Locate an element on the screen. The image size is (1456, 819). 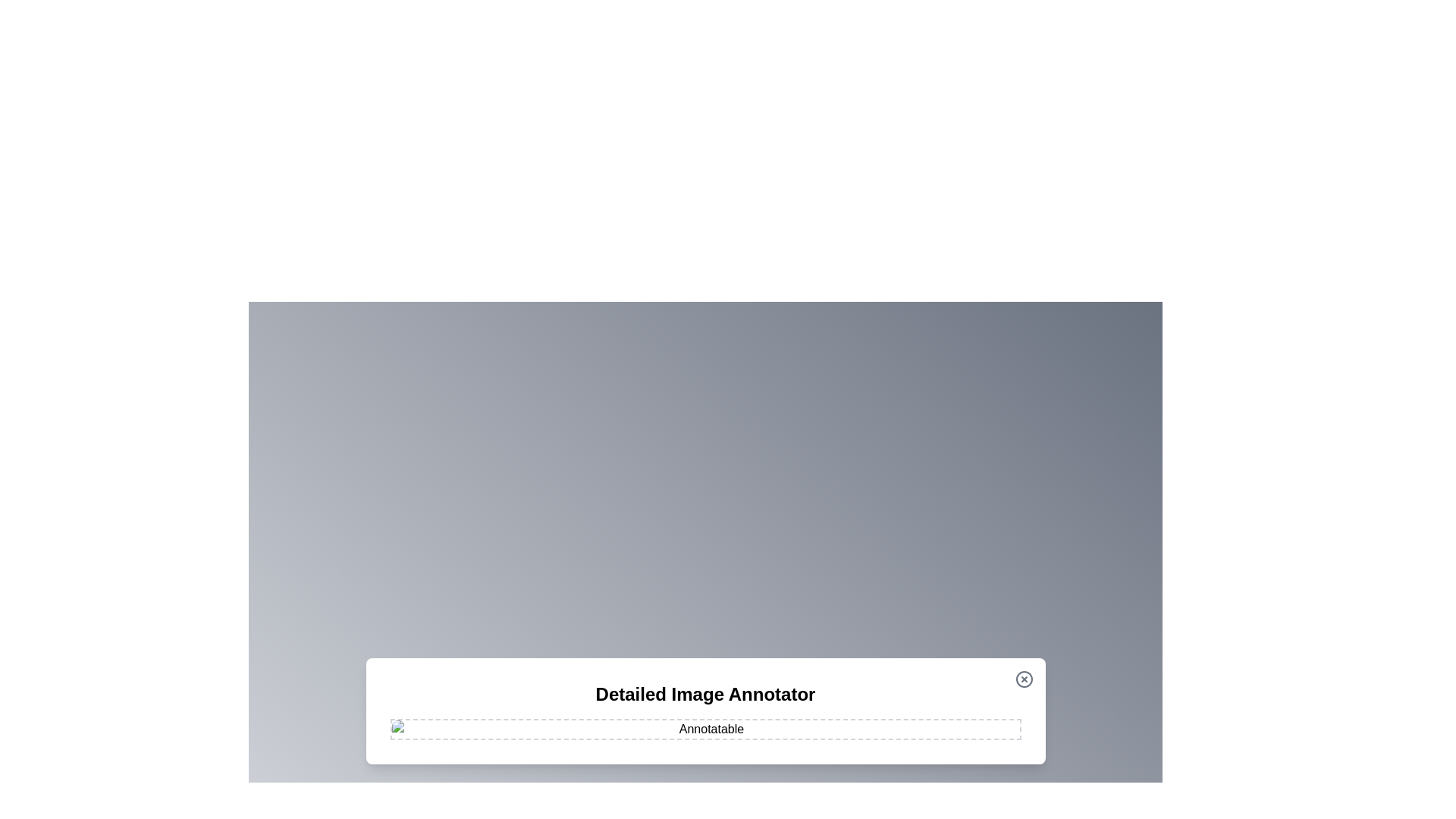
the image at coordinates (1158, 973) to add an annotation is located at coordinates (877, 736).